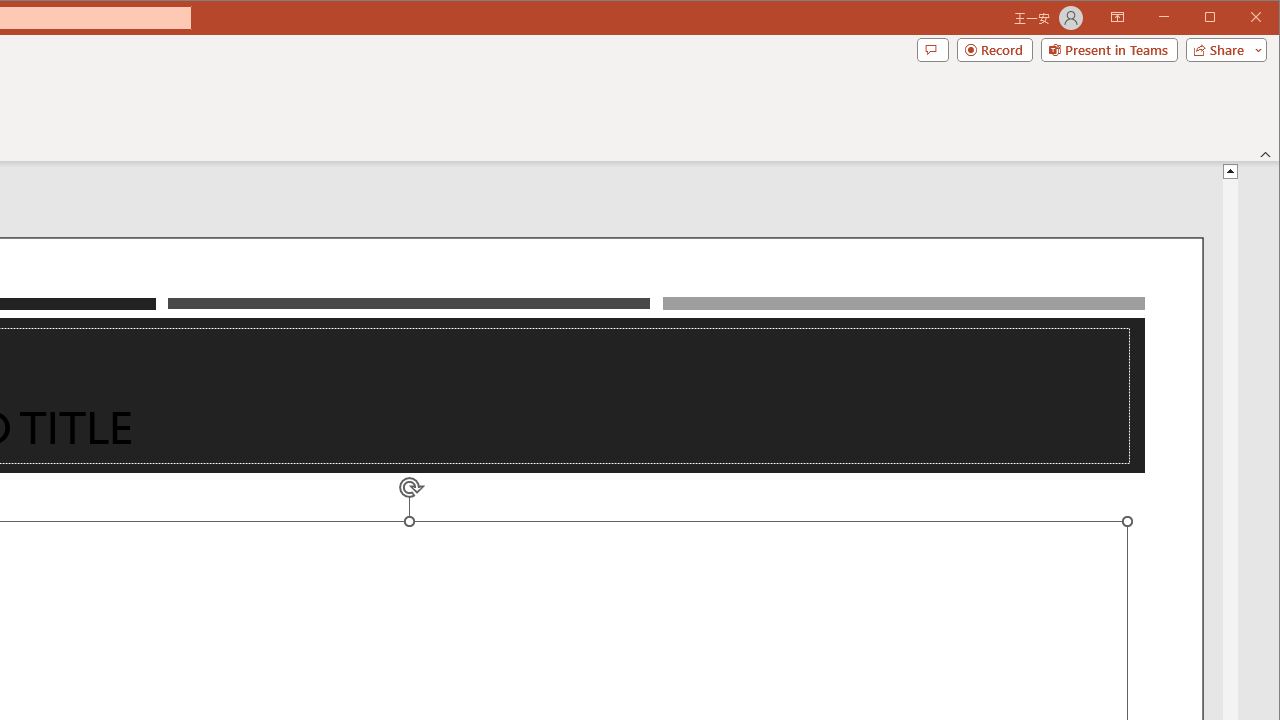  Describe the element at coordinates (1116, 18) in the screenshot. I see `'Ribbon Display Options'` at that location.